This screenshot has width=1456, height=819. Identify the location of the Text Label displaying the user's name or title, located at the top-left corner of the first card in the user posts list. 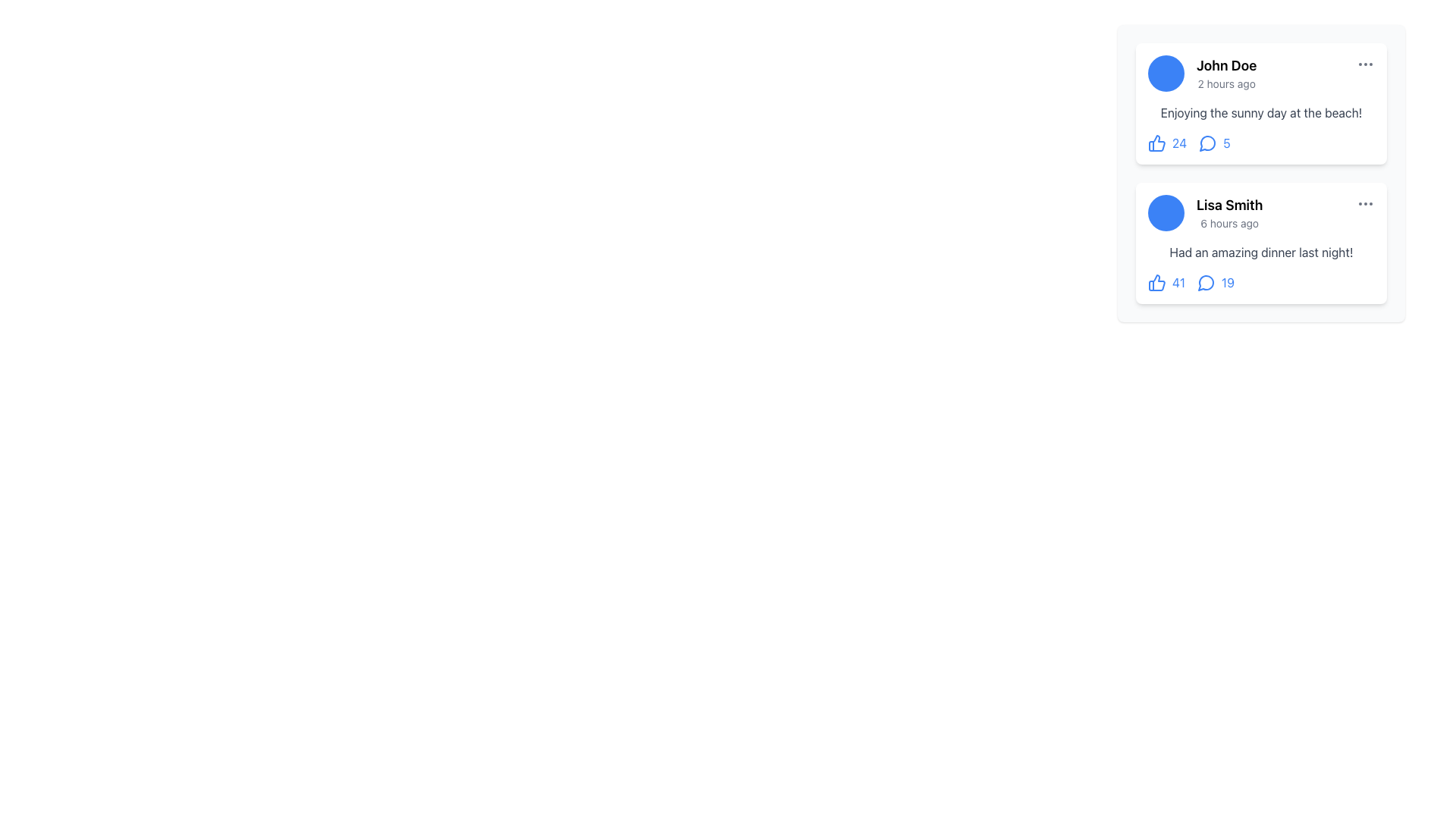
(1226, 65).